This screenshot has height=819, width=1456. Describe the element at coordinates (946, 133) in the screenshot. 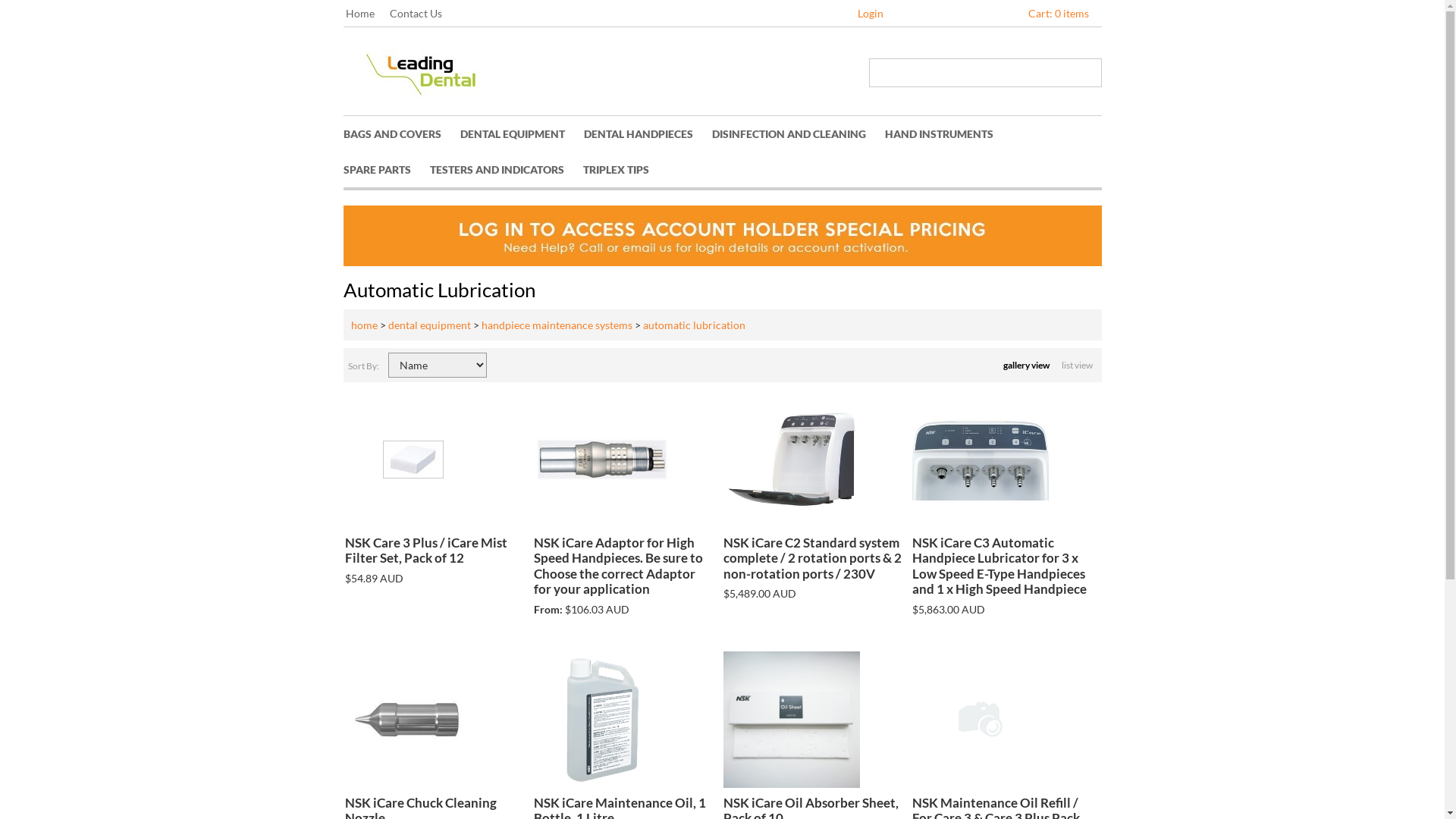

I see `'HAND INSTRUMENTS'` at that location.